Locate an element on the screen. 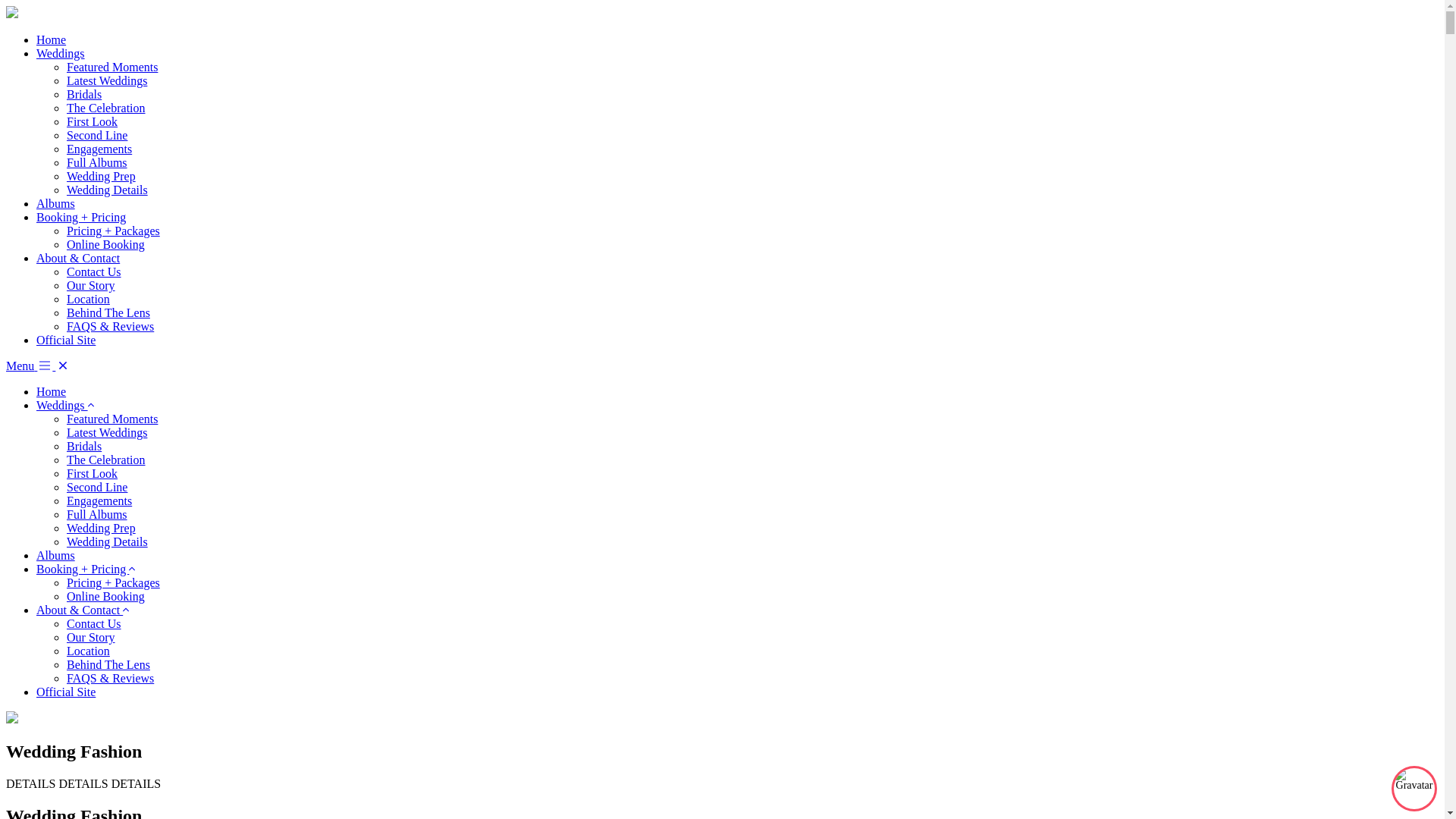  'Contact Us' is located at coordinates (93, 623).